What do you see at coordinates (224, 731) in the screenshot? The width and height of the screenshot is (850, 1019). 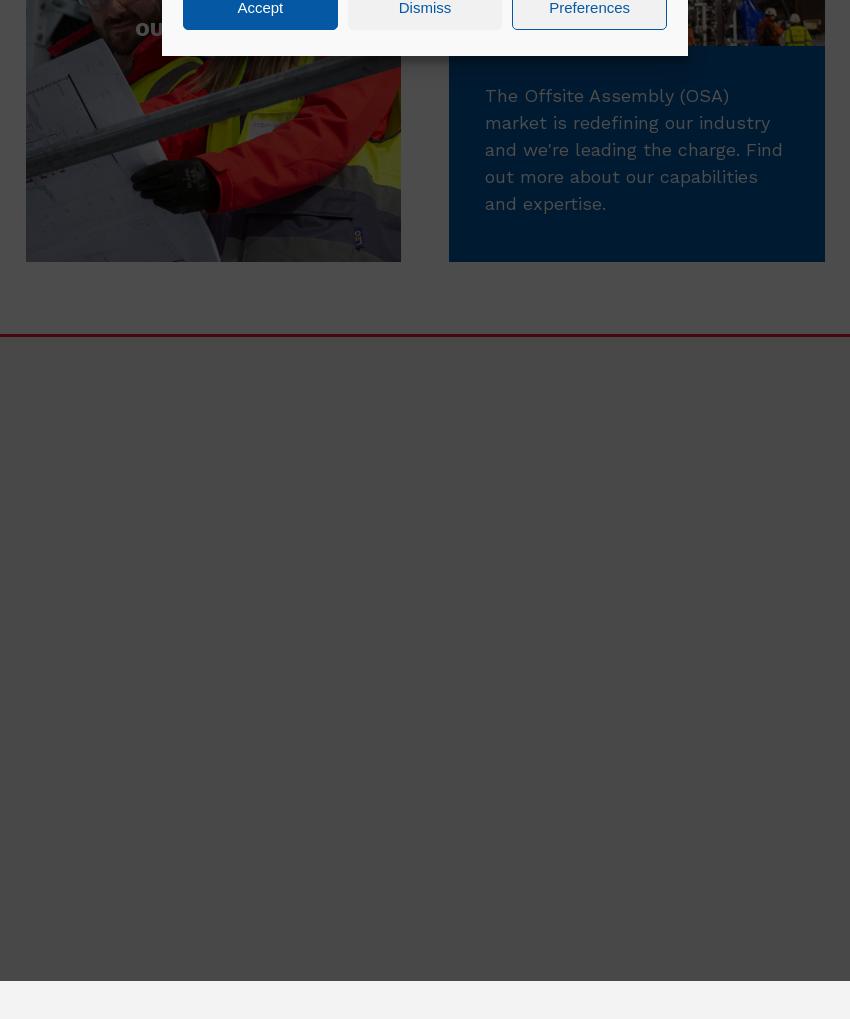 I see `'Emma Brennan'` at bounding box center [224, 731].